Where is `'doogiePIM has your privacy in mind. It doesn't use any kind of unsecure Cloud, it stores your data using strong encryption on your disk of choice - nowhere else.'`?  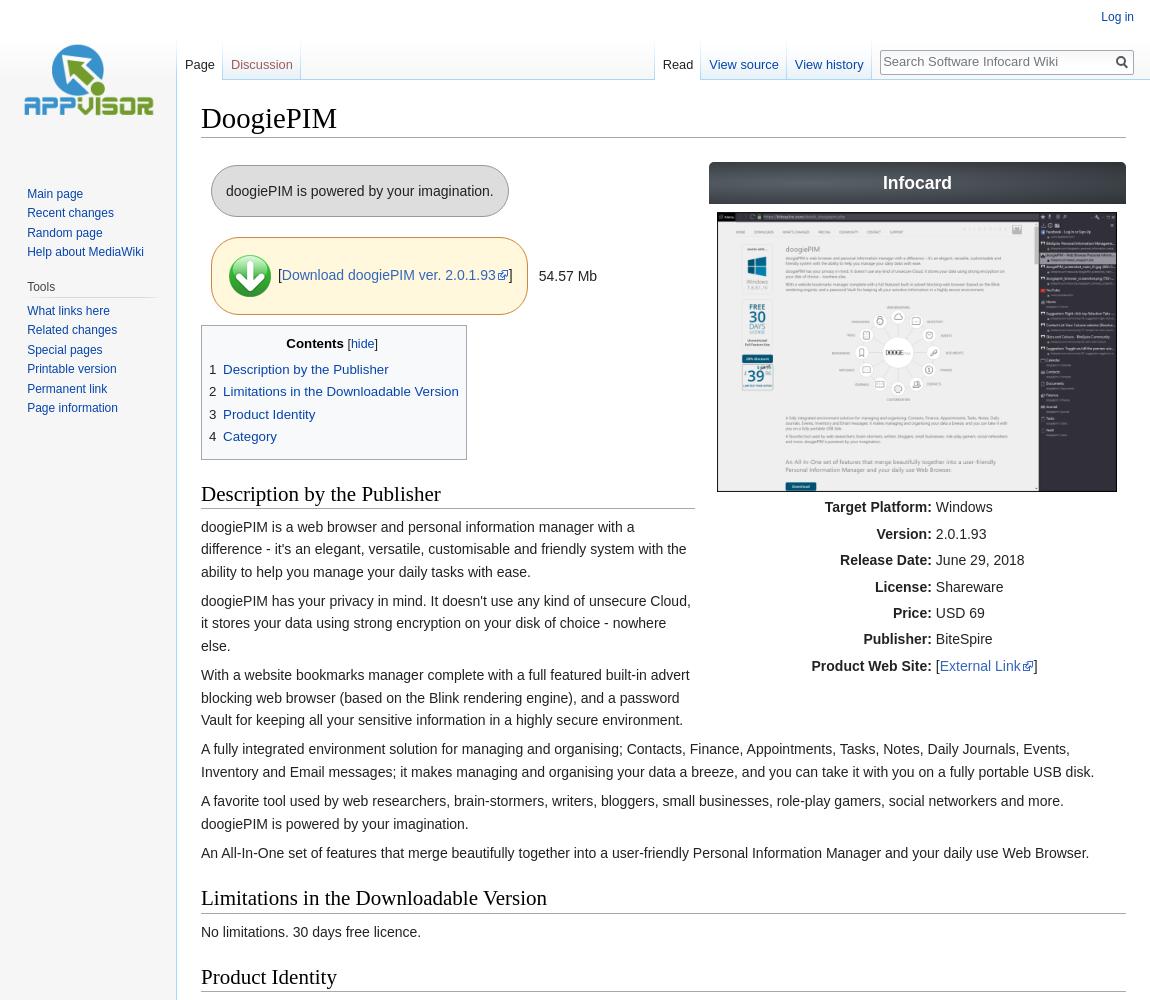 'doogiePIM has your privacy in mind. It doesn't use any kind of unsecure Cloud, it stores your data using strong encryption on your disk of choice - nowhere else.' is located at coordinates (200, 622).